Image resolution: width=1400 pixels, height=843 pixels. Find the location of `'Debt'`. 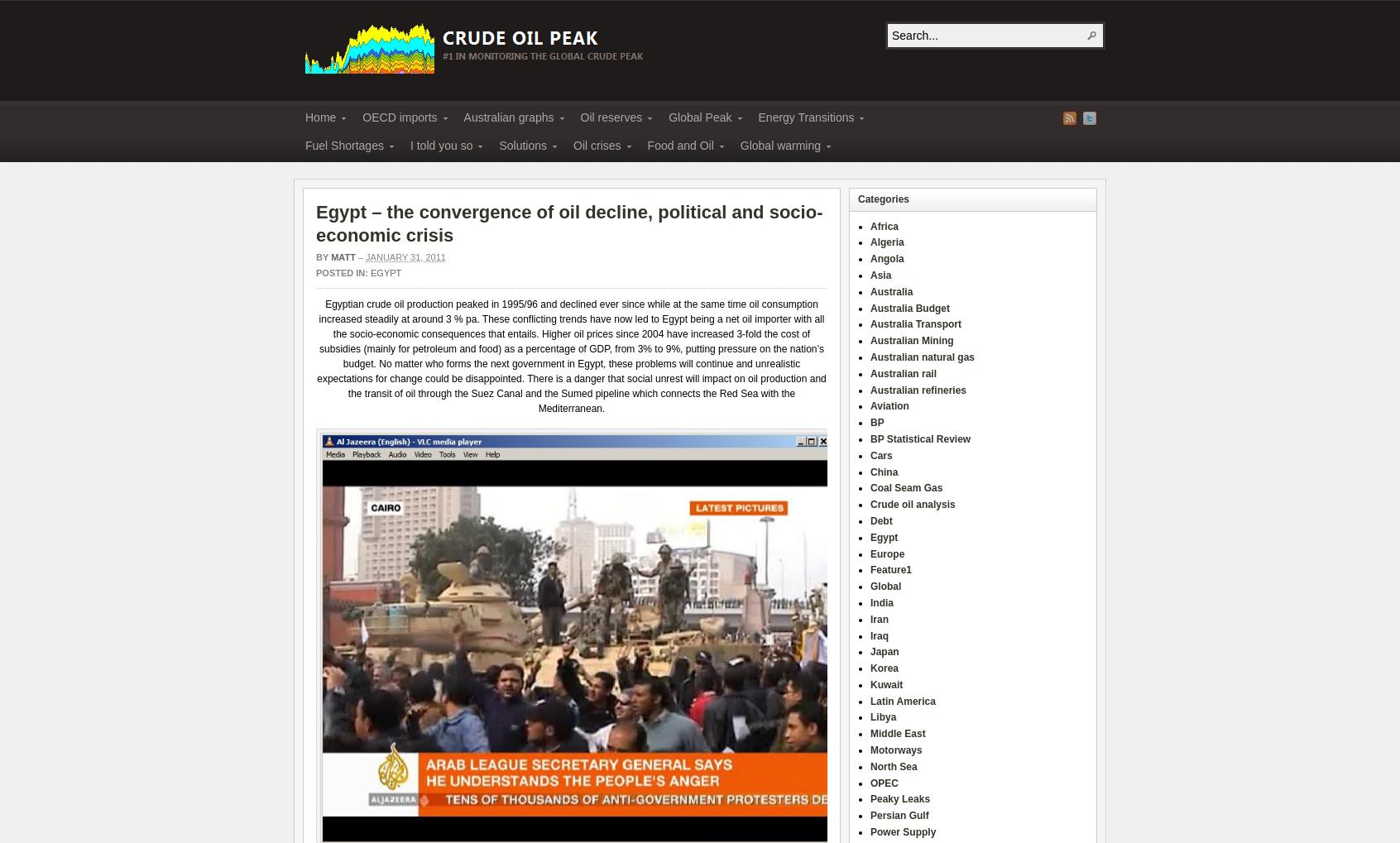

'Debt' is located at coordinates (869, 520).